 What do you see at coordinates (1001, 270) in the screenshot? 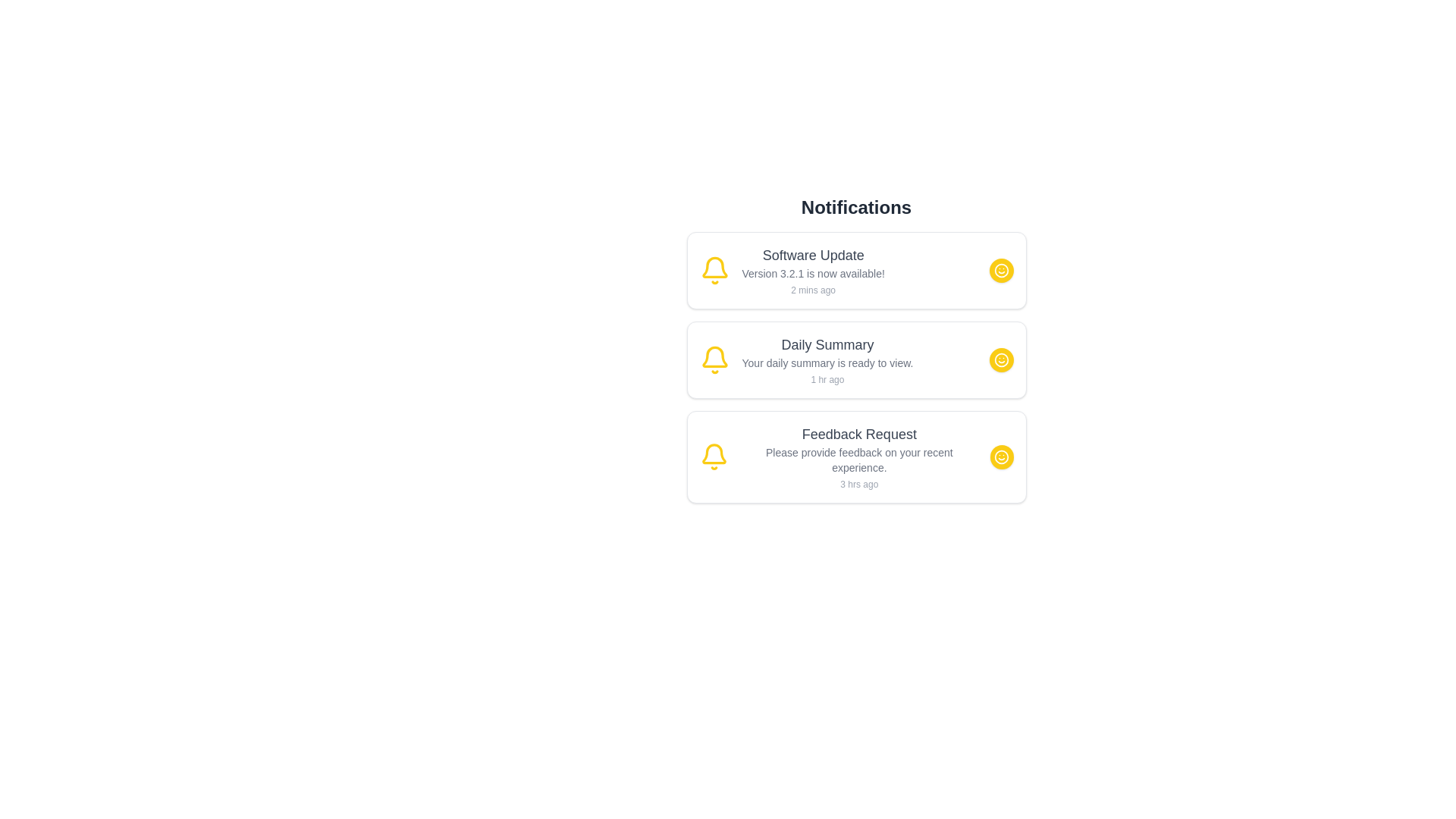
I see `the smiley button for the notification titled 'Software Update'` at bounding box center [1001, 270].